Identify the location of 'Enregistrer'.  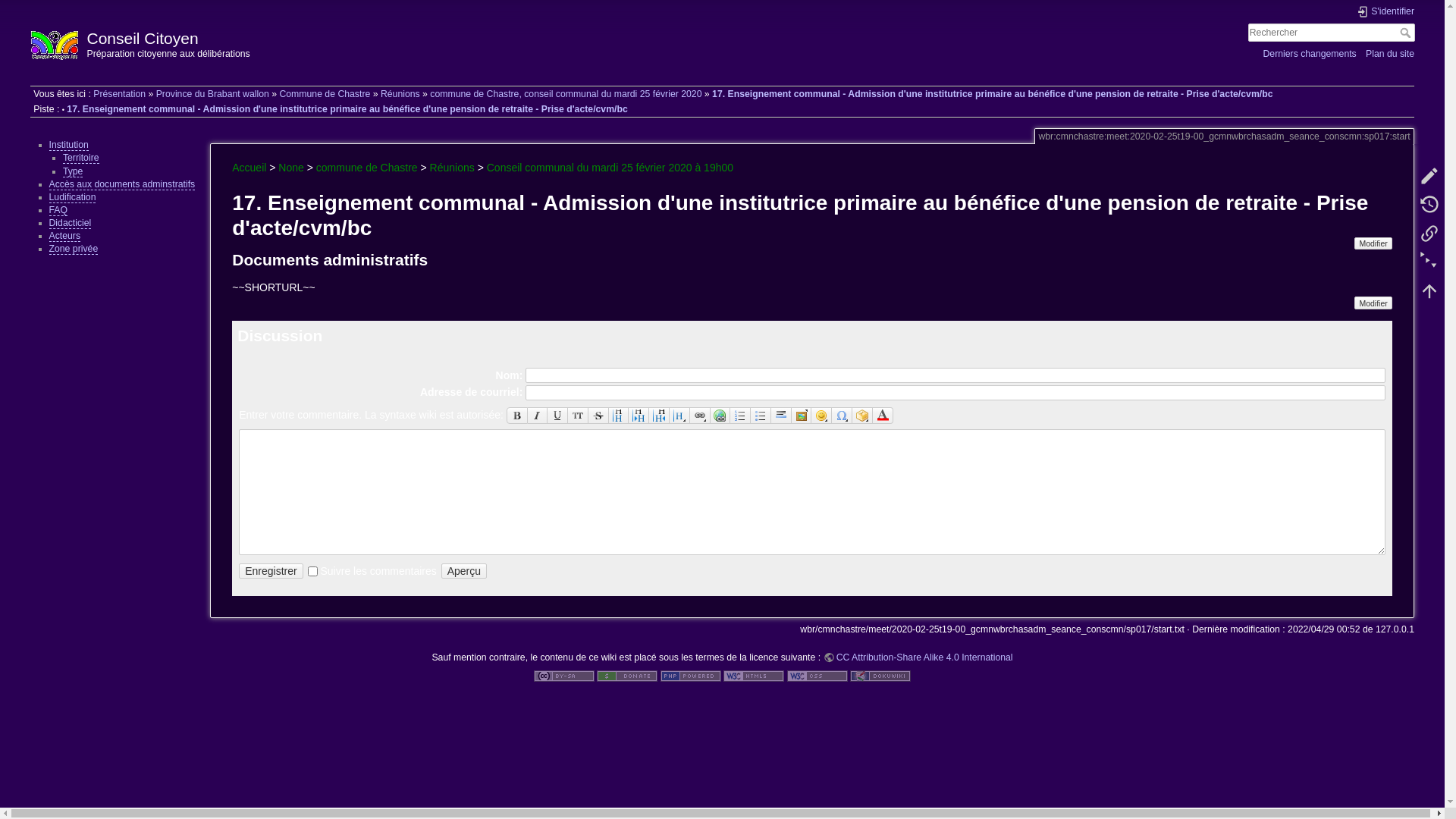
(270, 571).